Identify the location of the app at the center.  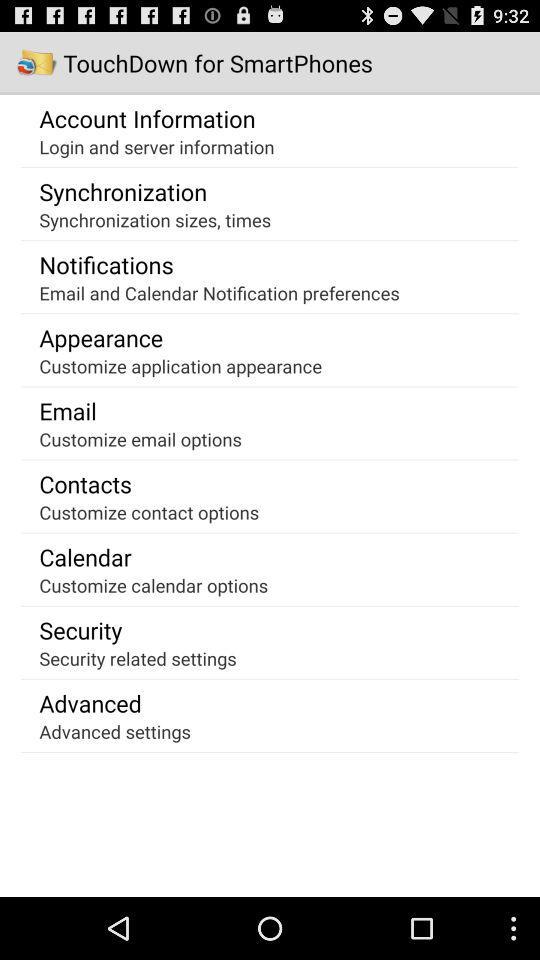
(180, 365).